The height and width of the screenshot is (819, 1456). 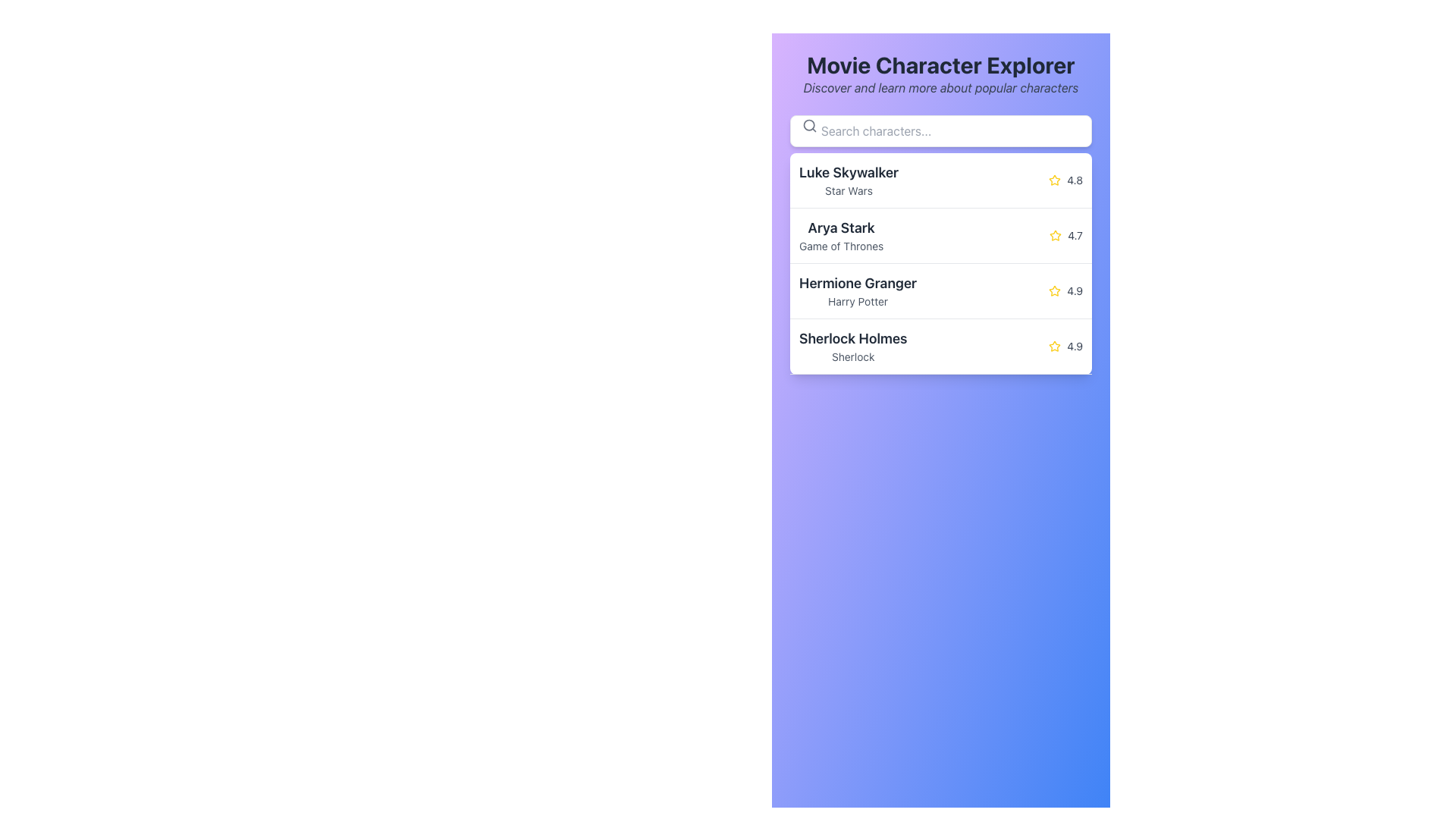 I want to click on the rating icon to the left of the text '4.7' associated with 'Arya Stark' to highlight it in the interface, so click(x=1055, y=236).